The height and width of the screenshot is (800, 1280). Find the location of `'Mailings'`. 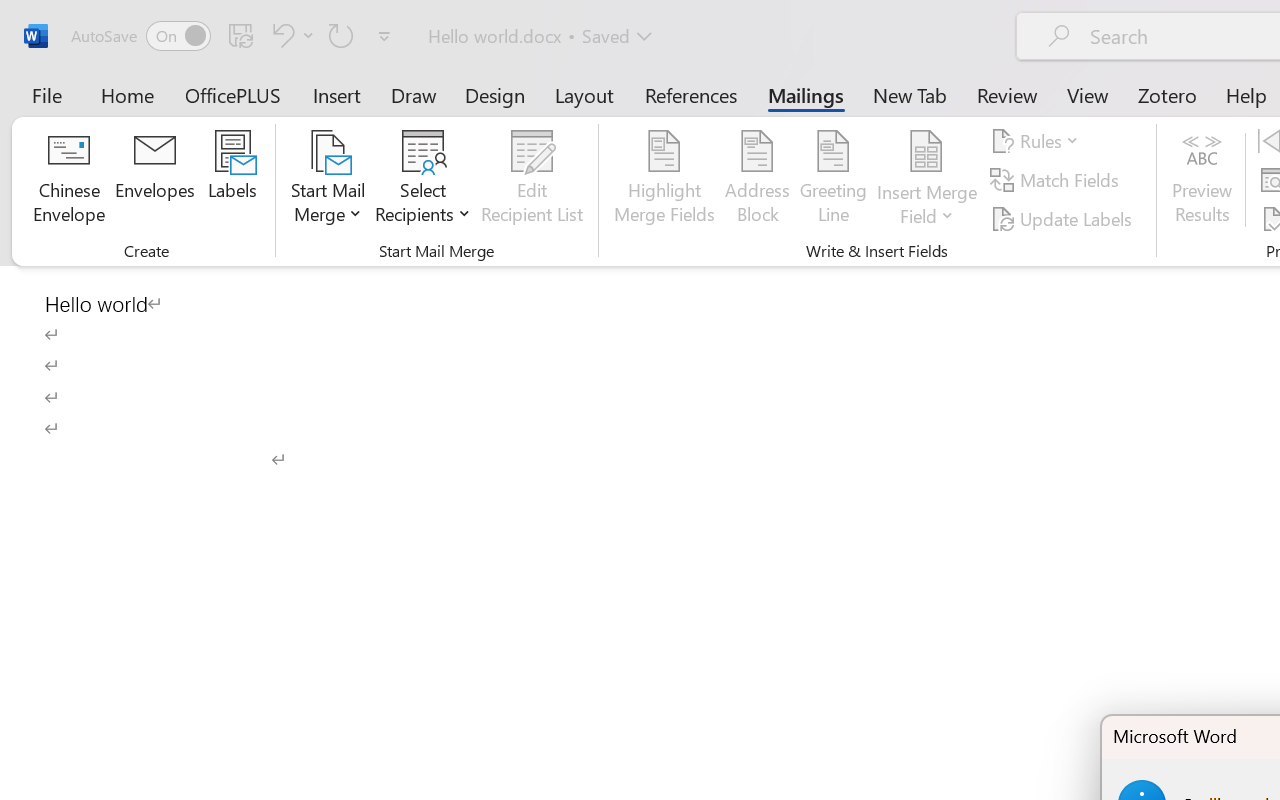

'Mailings' is located at coordinates (806, 94).